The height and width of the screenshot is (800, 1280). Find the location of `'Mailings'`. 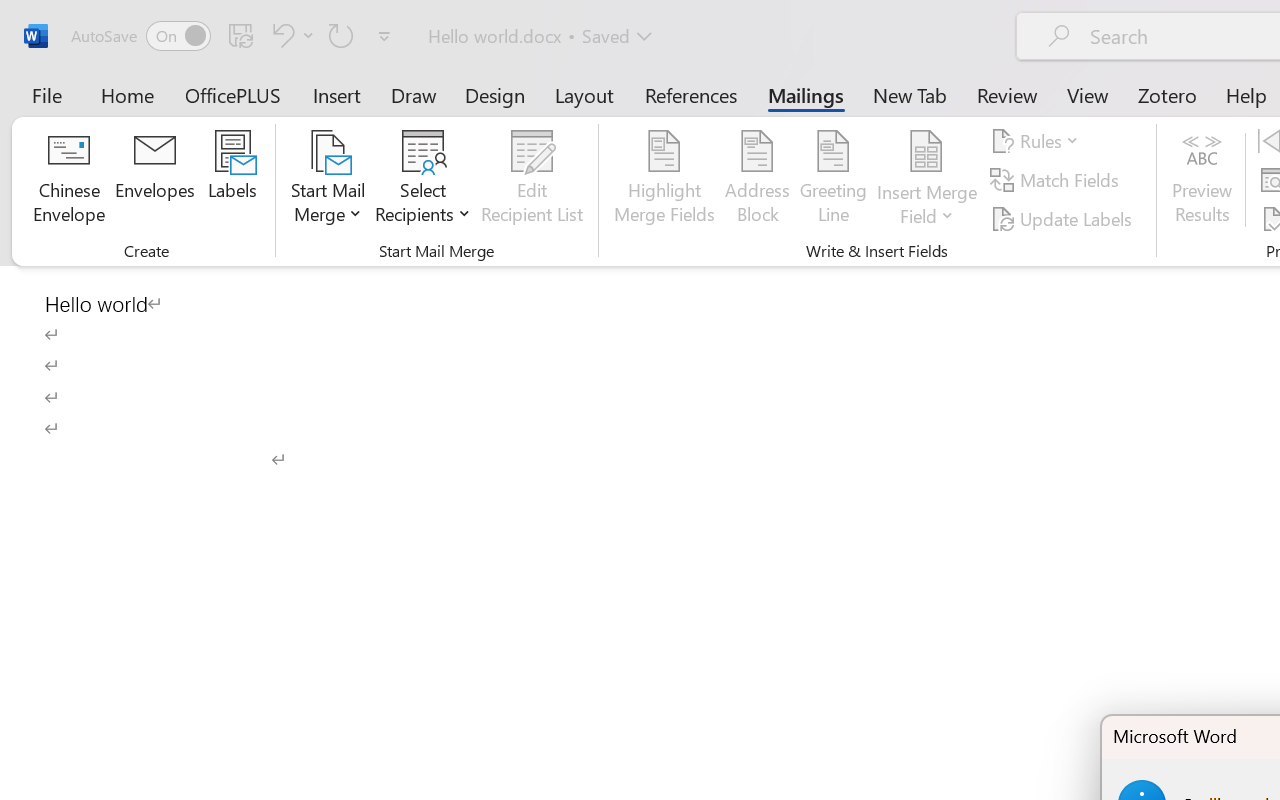

'Mailings' is located at coordinates (806, 94).